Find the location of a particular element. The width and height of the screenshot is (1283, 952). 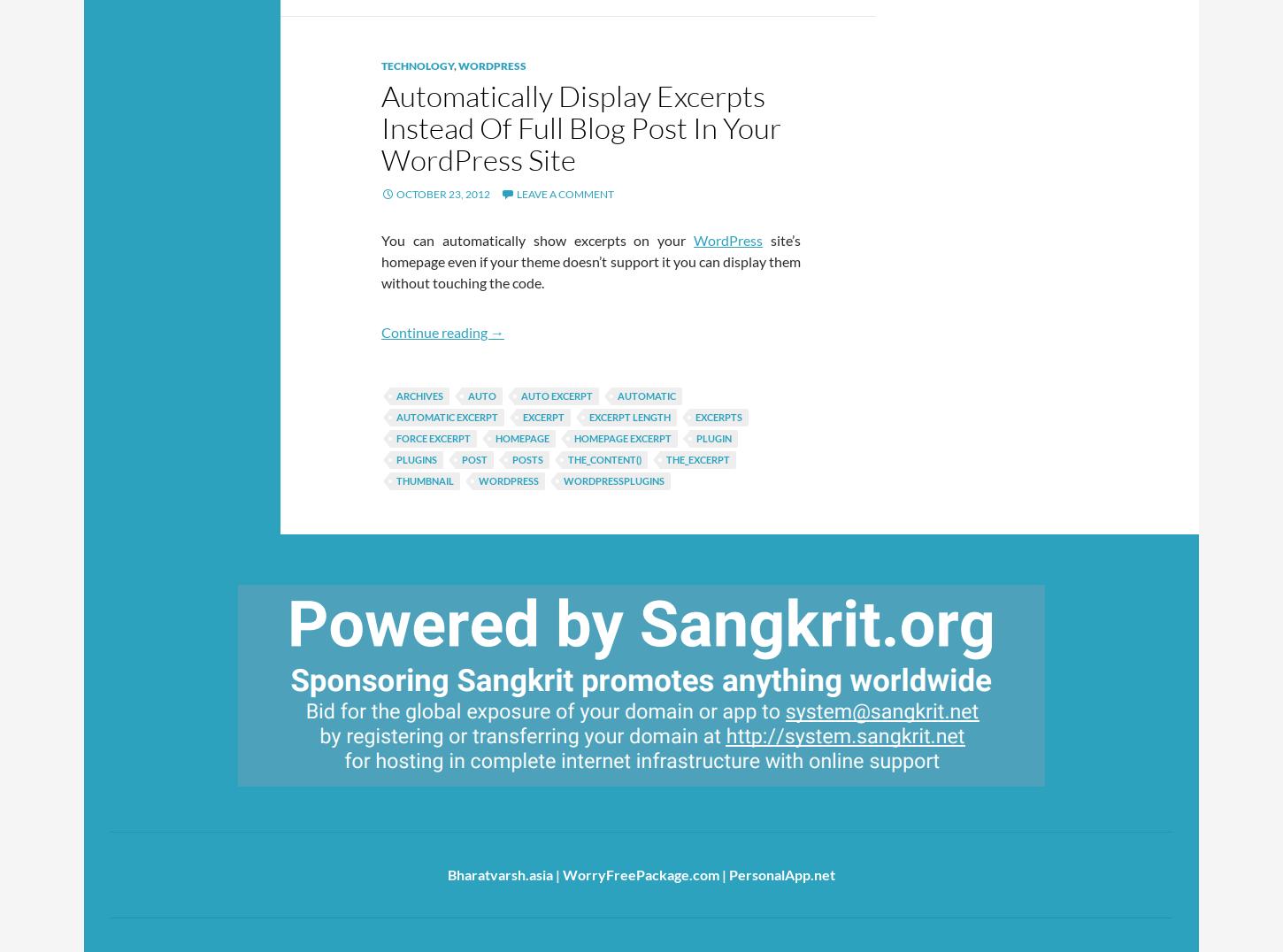

'Technology' is located at coordinates (416, 65).